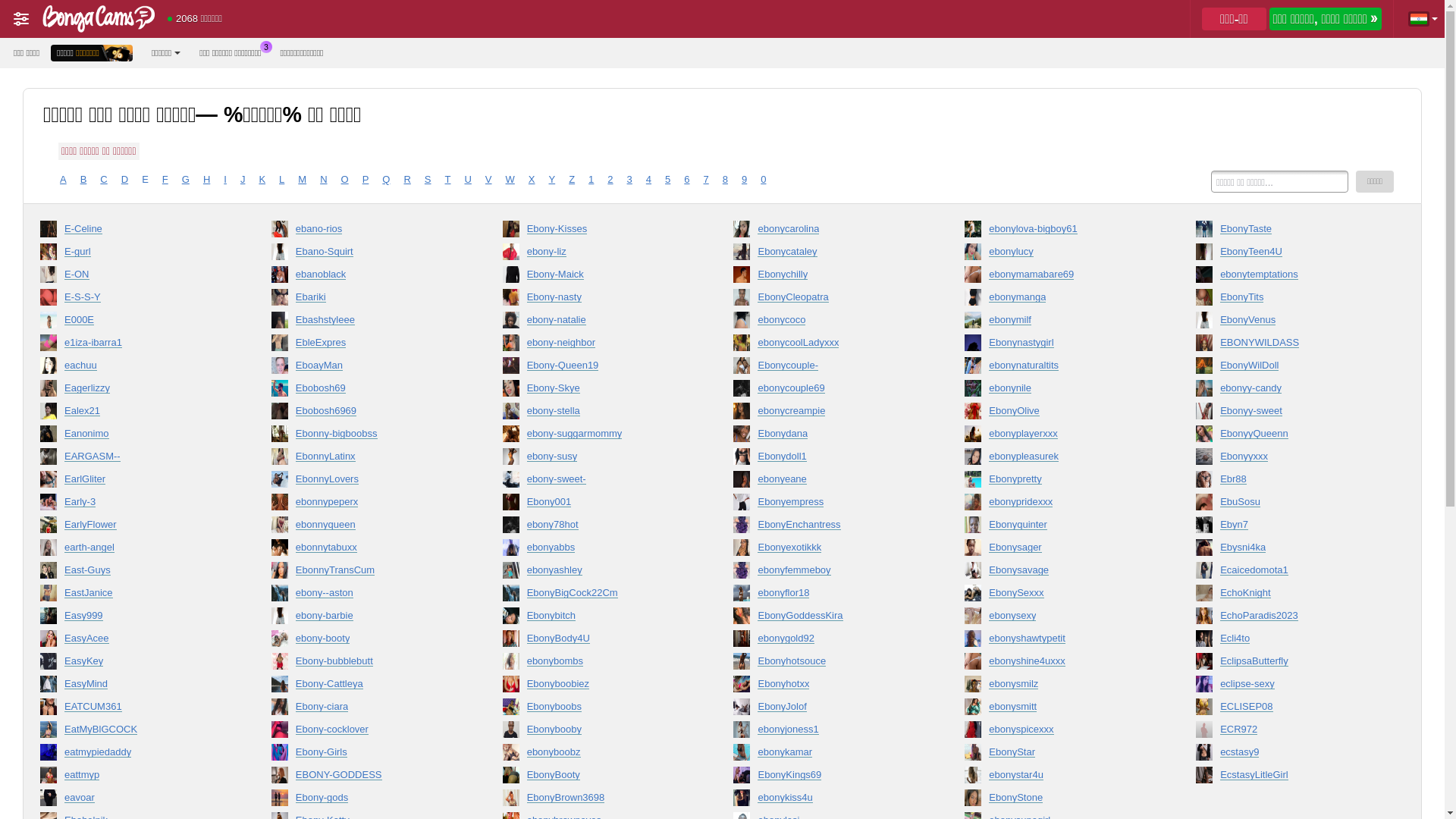 Image resolution: width=1456 pixels, height=819 pixels. What do you see at coordinates (1288, 710) in the screenshot?
I see `'ECLISEP08'` at bounding box center [1288, 710].